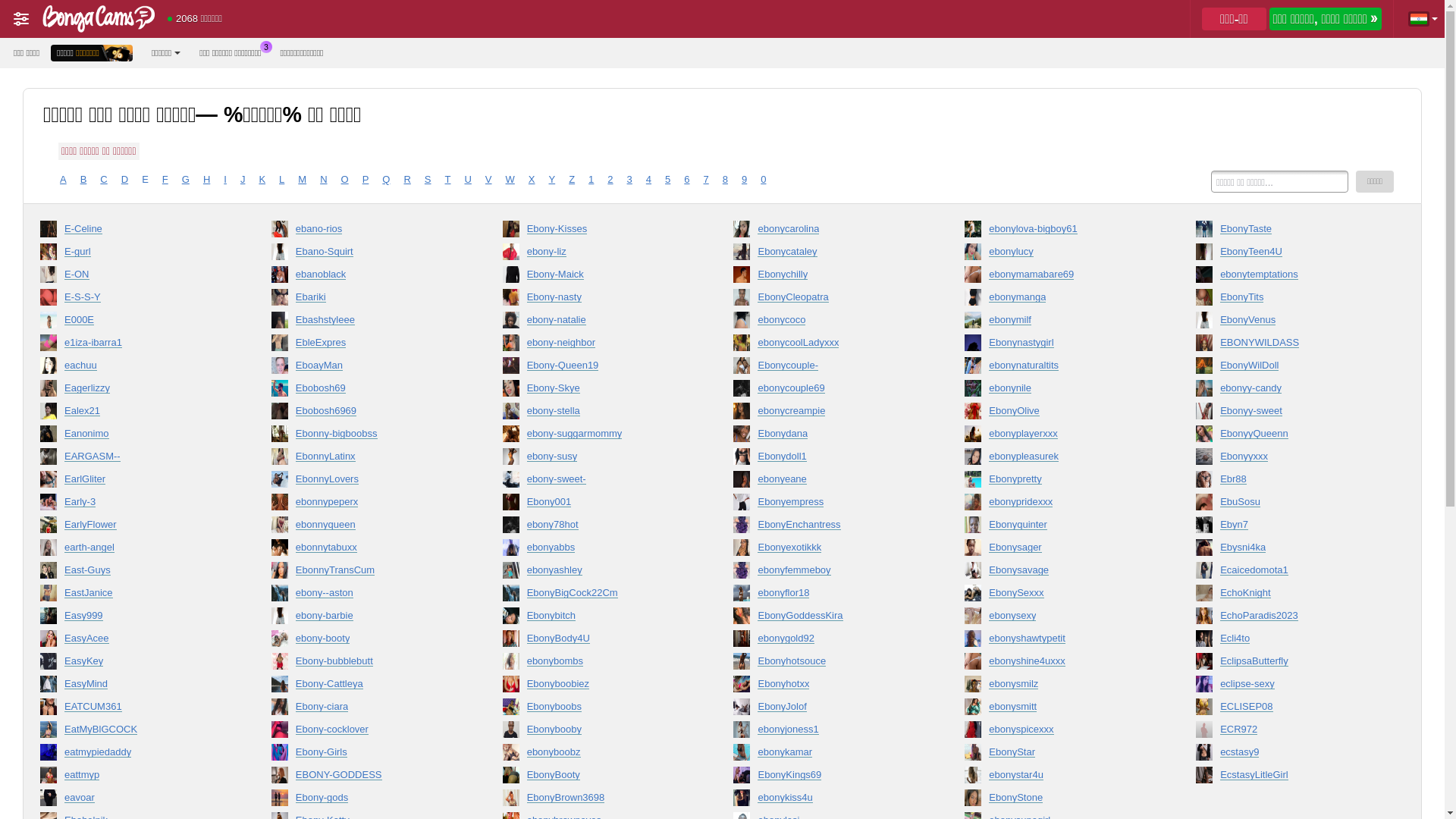 Image resolution: width=1456 pixels, height=819 pixels. What do you see at coordinates (1288, 710) in the screenshot?
I see `'ECLISEP08'` at bounding box center [1288, 710].